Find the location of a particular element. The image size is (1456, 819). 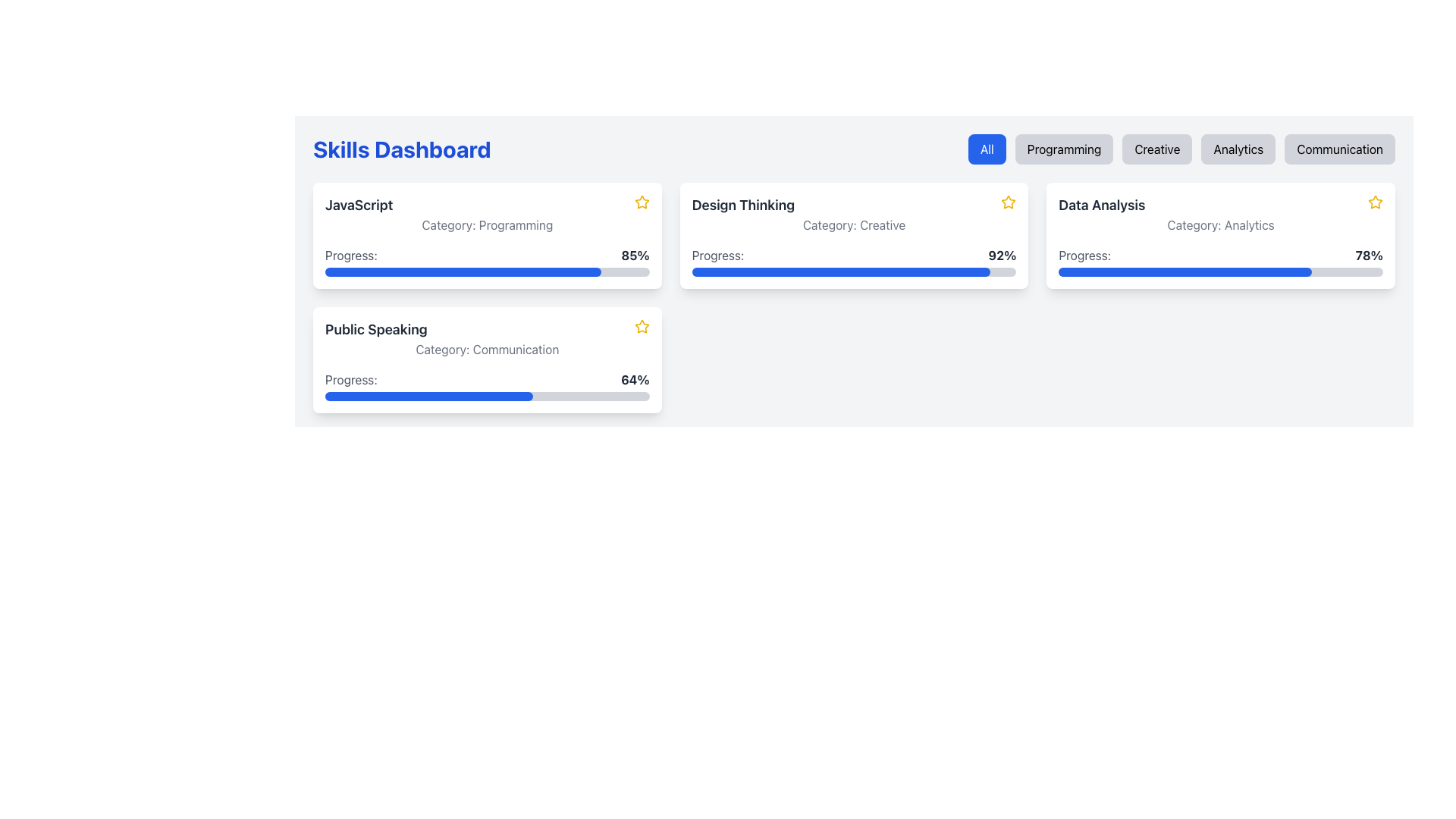

the 'JavaScript' skill label in the Skills Dashboard, which indicates the purpose of the progress bar below it is located at coordinates (350, 254).